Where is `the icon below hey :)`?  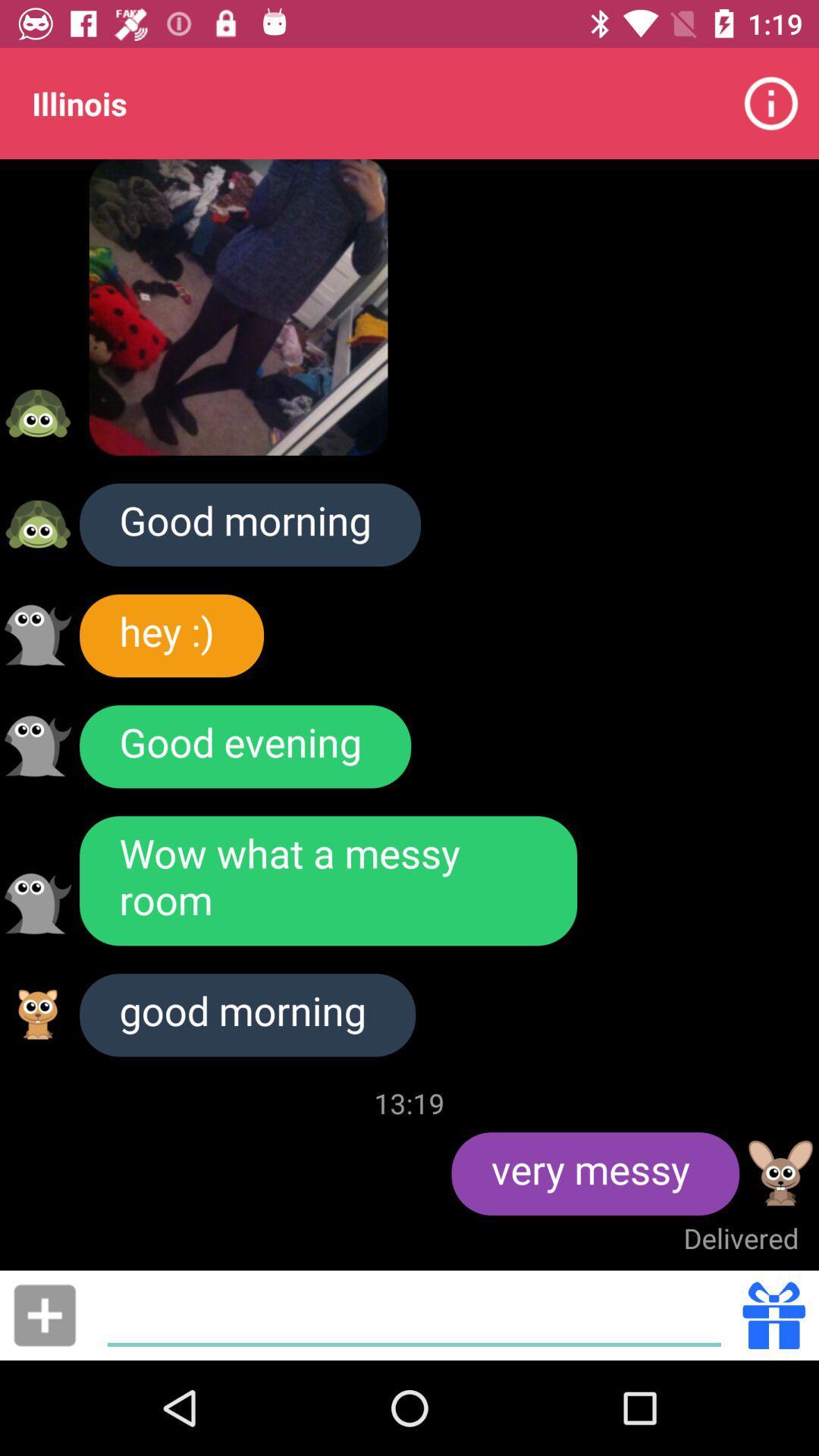 the icon below hey :) is located at coordinates (244, 746).